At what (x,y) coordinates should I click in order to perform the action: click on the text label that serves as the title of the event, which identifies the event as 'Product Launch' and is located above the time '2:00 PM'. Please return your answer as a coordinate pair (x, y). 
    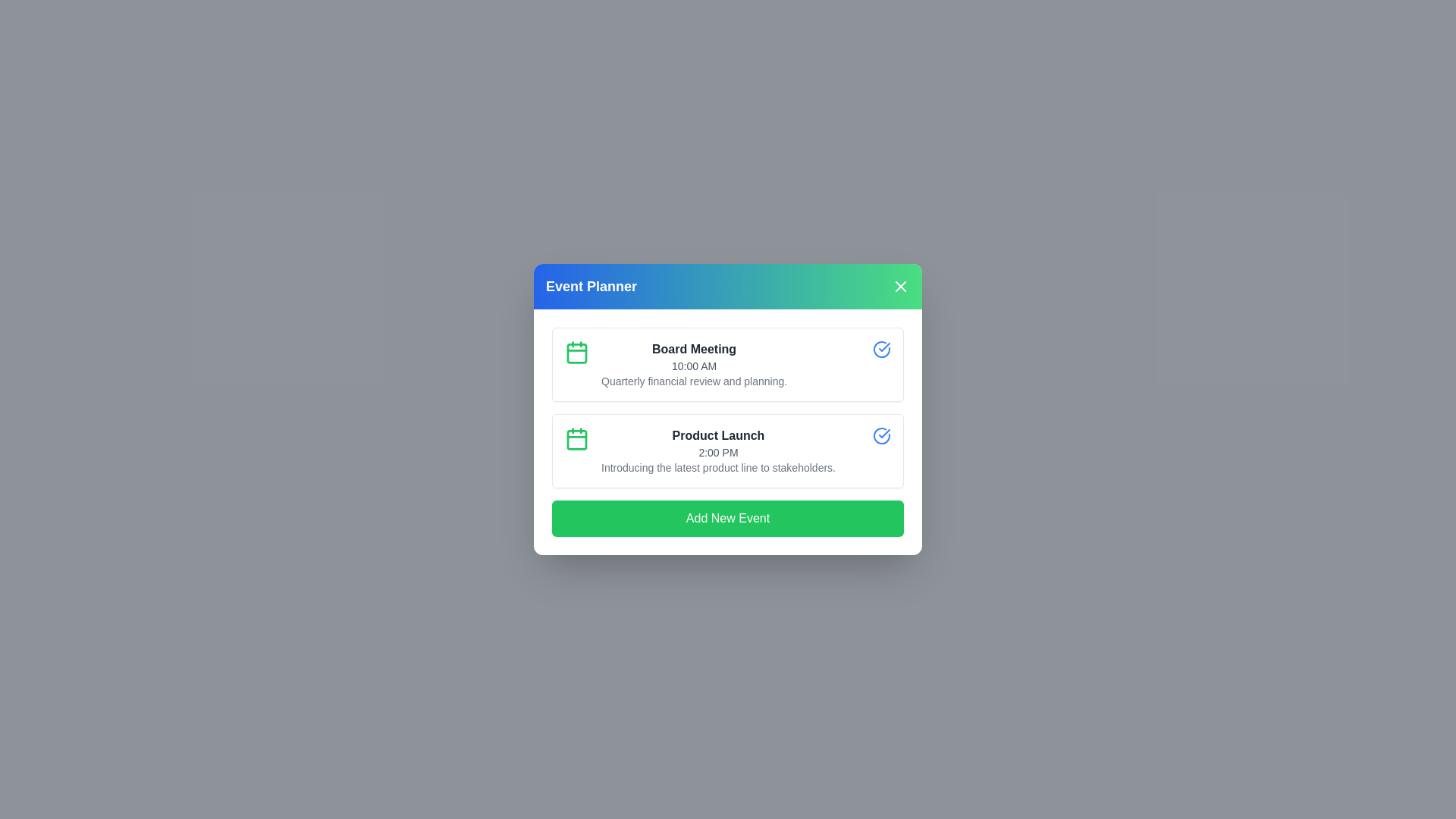
    Looking at the image, I should click on (717, 435).